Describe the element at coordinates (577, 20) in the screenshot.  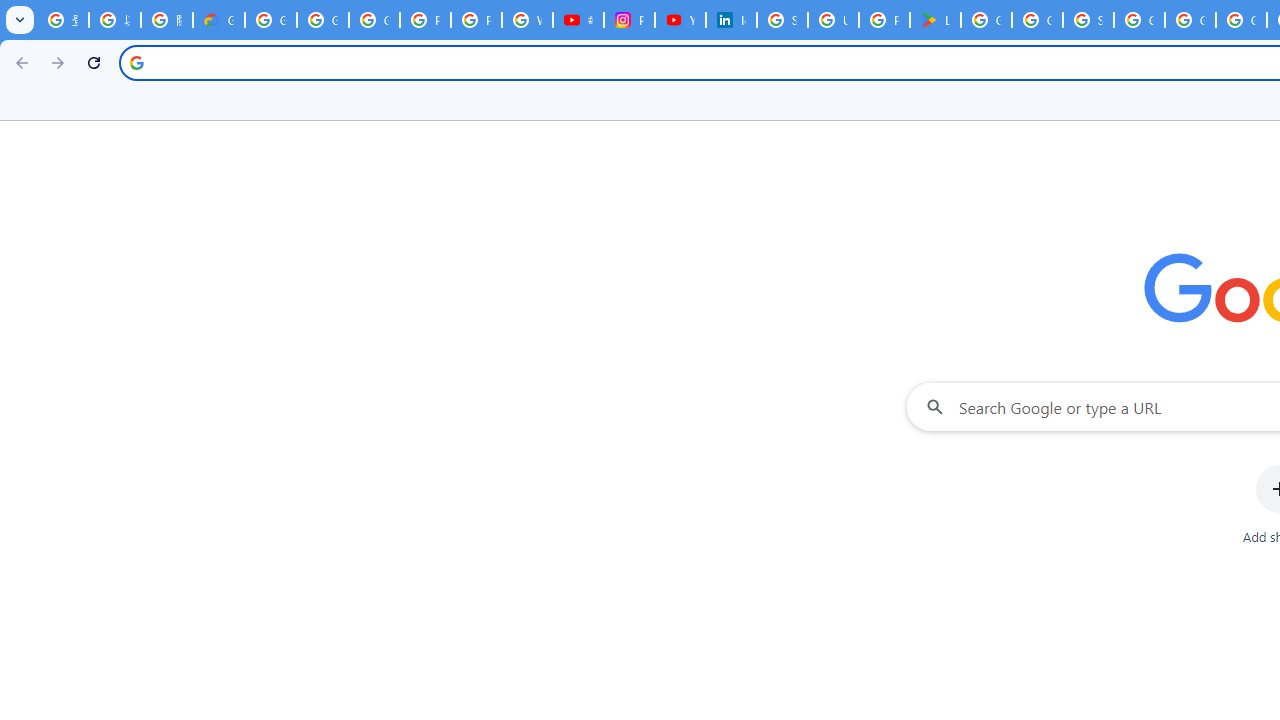
I see `'#nbabasketballhighlights - YouTube'` at that location.